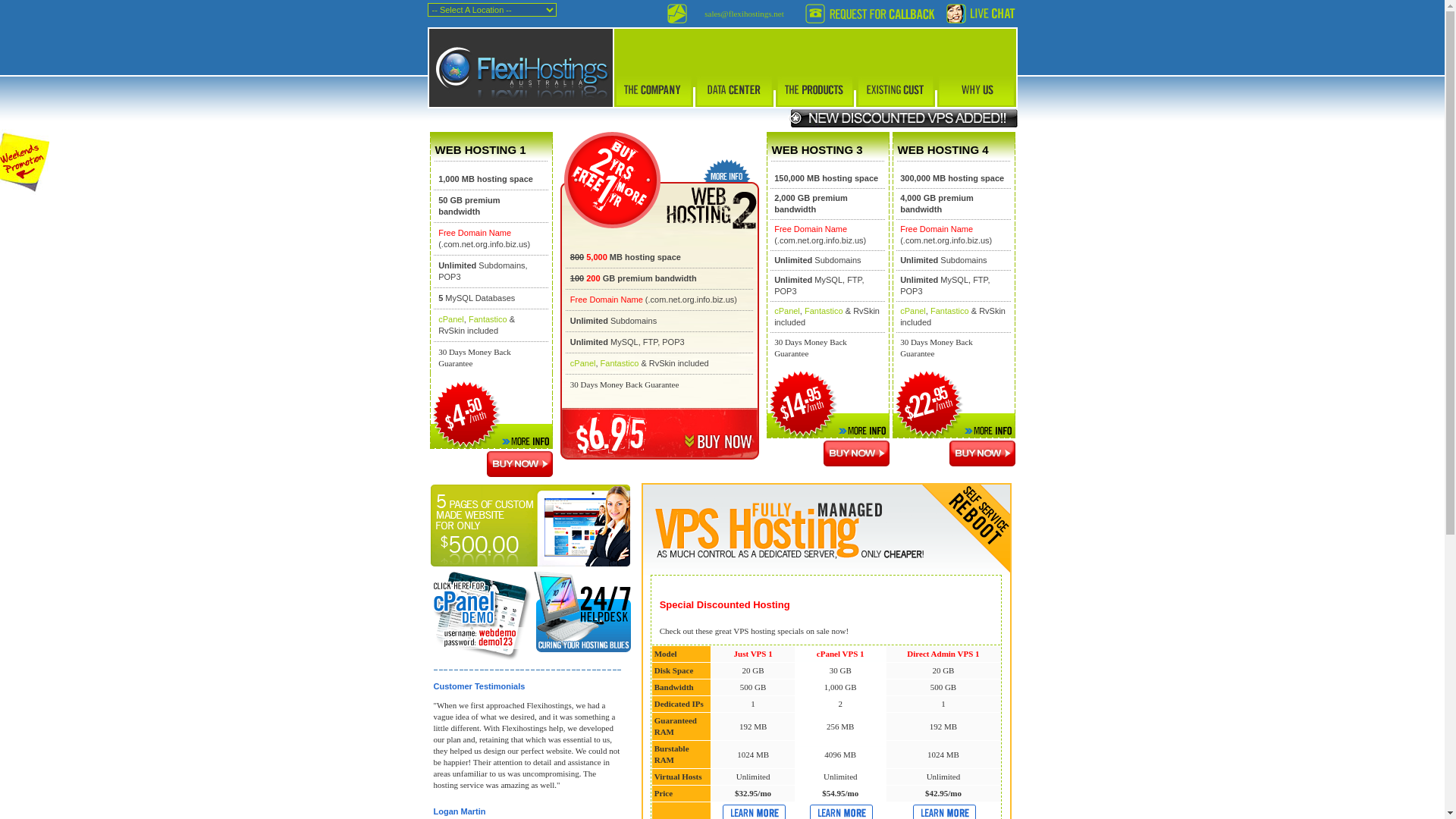 The width and height of the screenshot is (1456, 819). I want to click on 'cPanel', so click(912, 309).